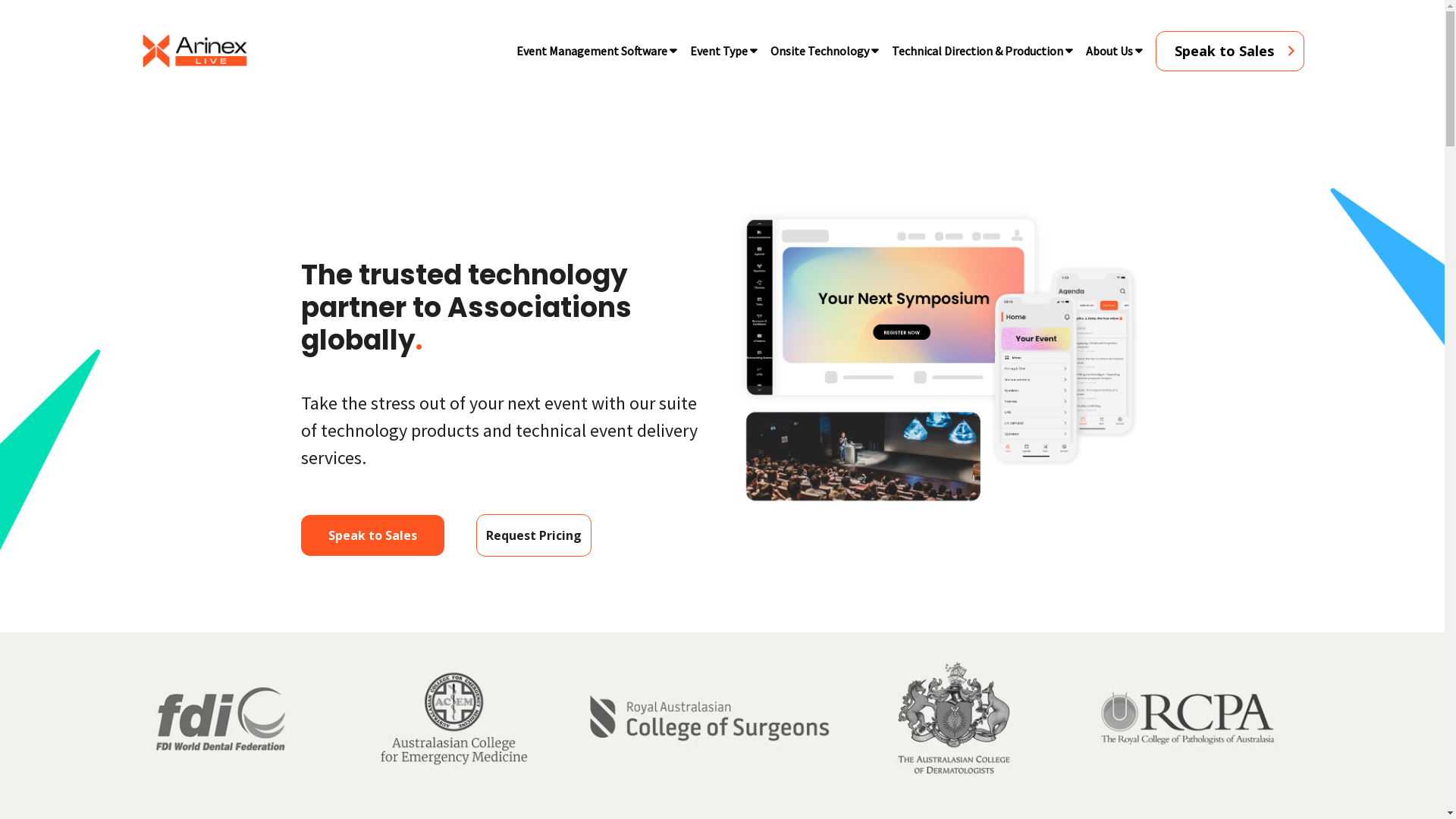 The height and width of the screenshot is (819, 1456). What do you see at coordinates (1230, 49) in the screenshot?
I see `'Speak to Sales'` at bounding box center [1230, 49].